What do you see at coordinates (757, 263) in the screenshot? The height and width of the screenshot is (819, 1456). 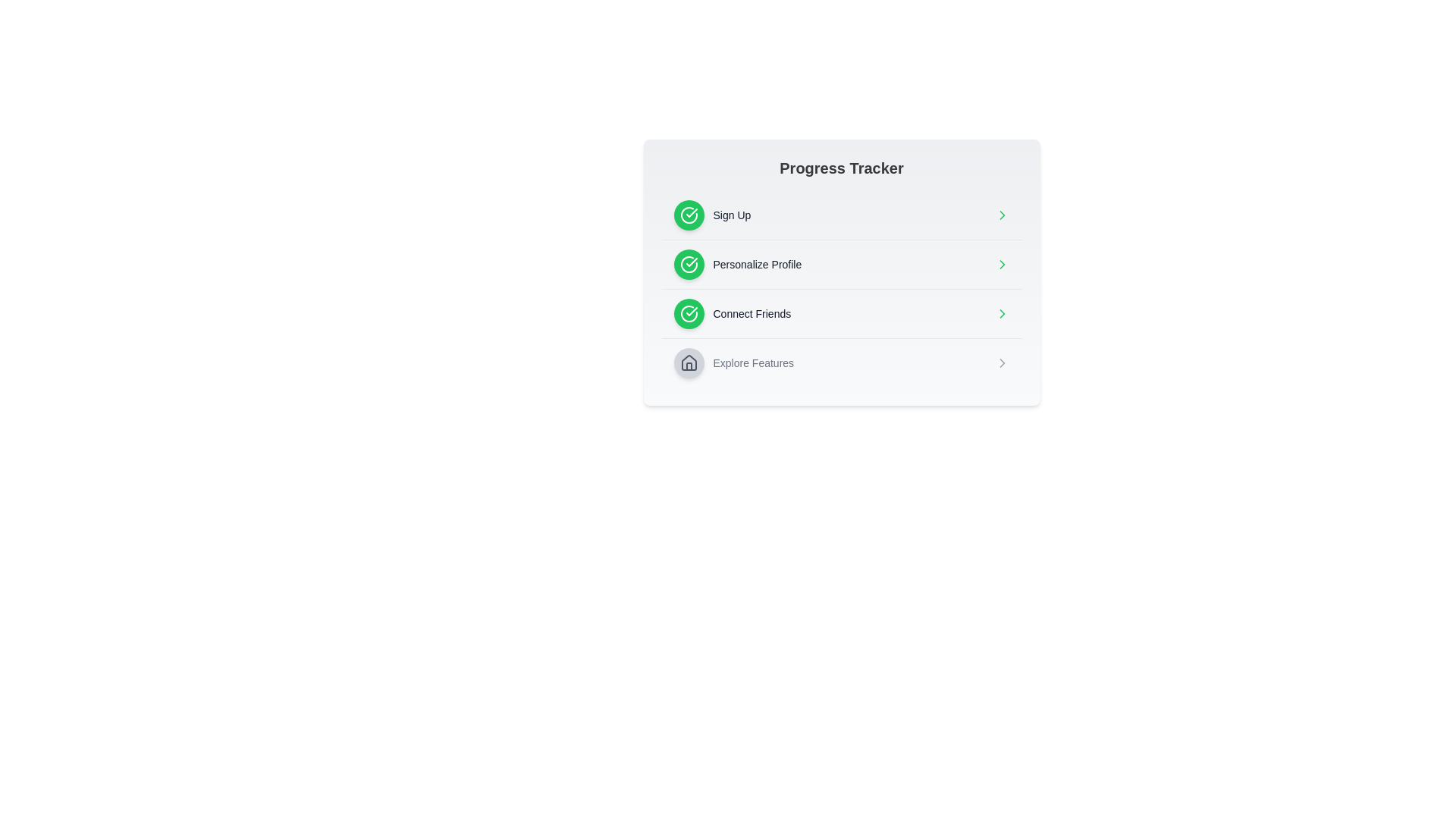 I see `the 'Personalize Profile' text label in the progress tracker, which is the second item in the list under the 'Progress Tracker' header` at bounding box center [757, 263].